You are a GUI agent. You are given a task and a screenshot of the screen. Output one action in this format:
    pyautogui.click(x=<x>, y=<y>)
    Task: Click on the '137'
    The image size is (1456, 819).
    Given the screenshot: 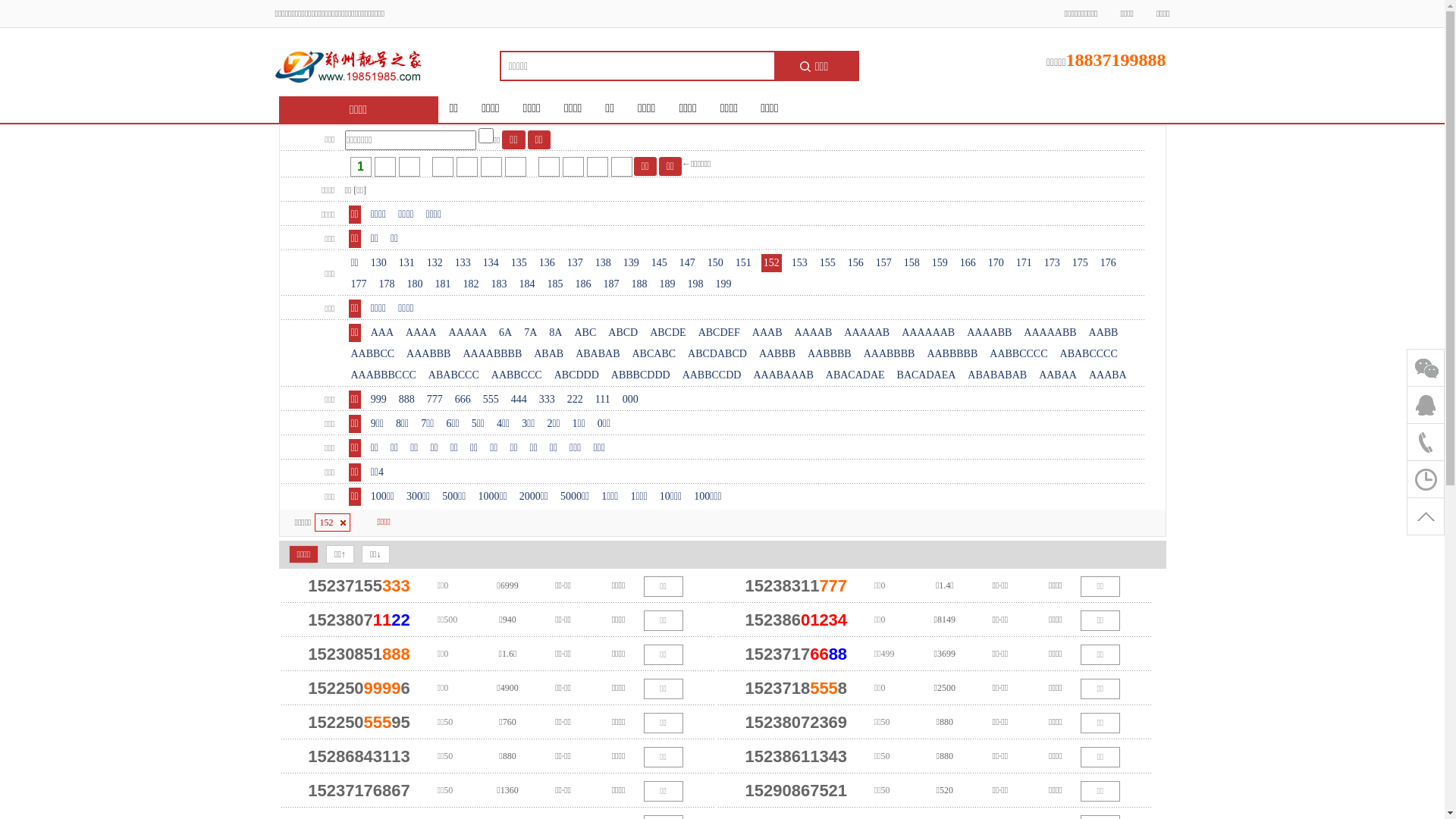 What is the action you would take?
    pyautogui.click(x=574, y=262)
    